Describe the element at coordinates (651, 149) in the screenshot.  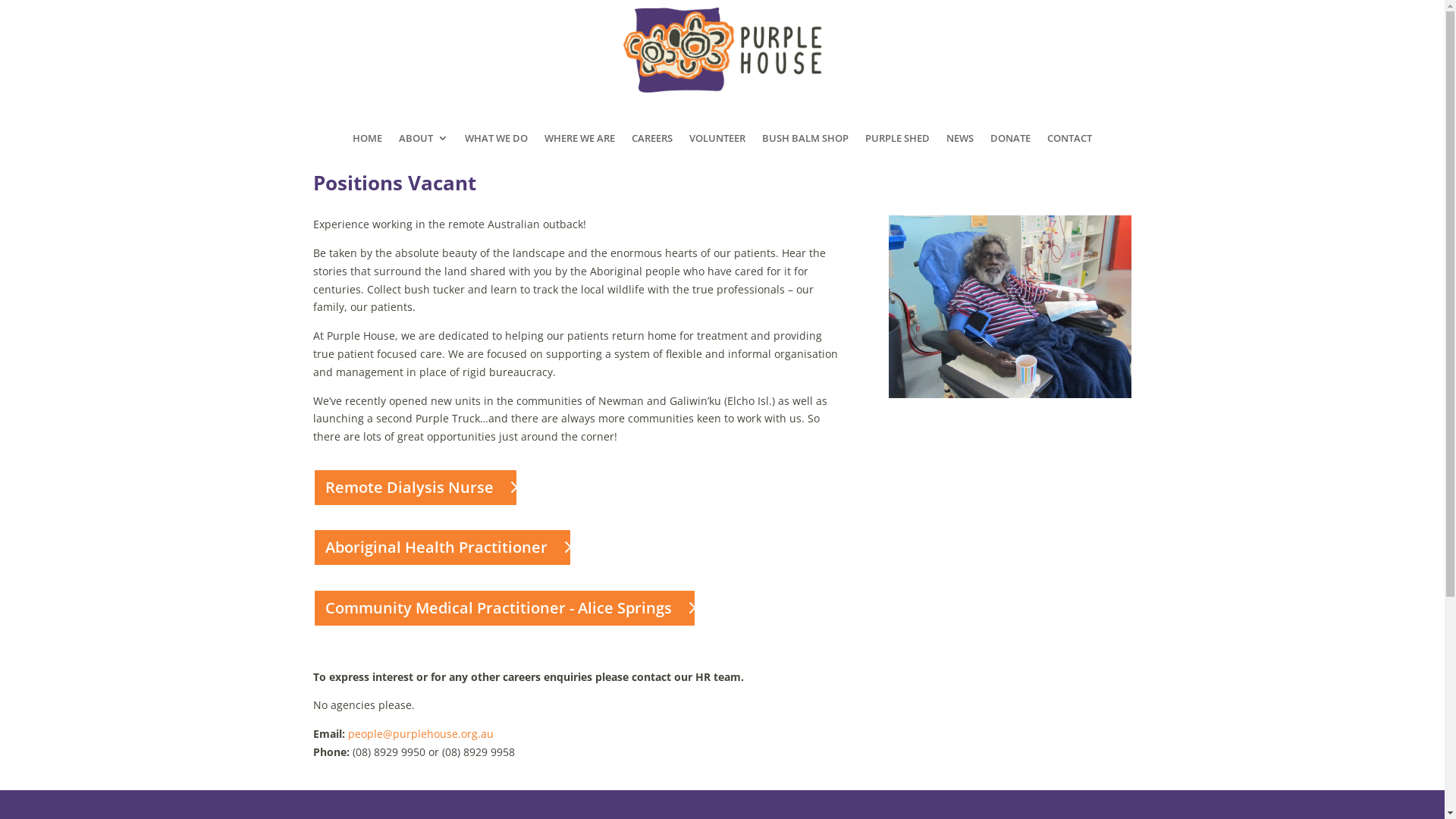
I see `'CAREERS'` at that location.